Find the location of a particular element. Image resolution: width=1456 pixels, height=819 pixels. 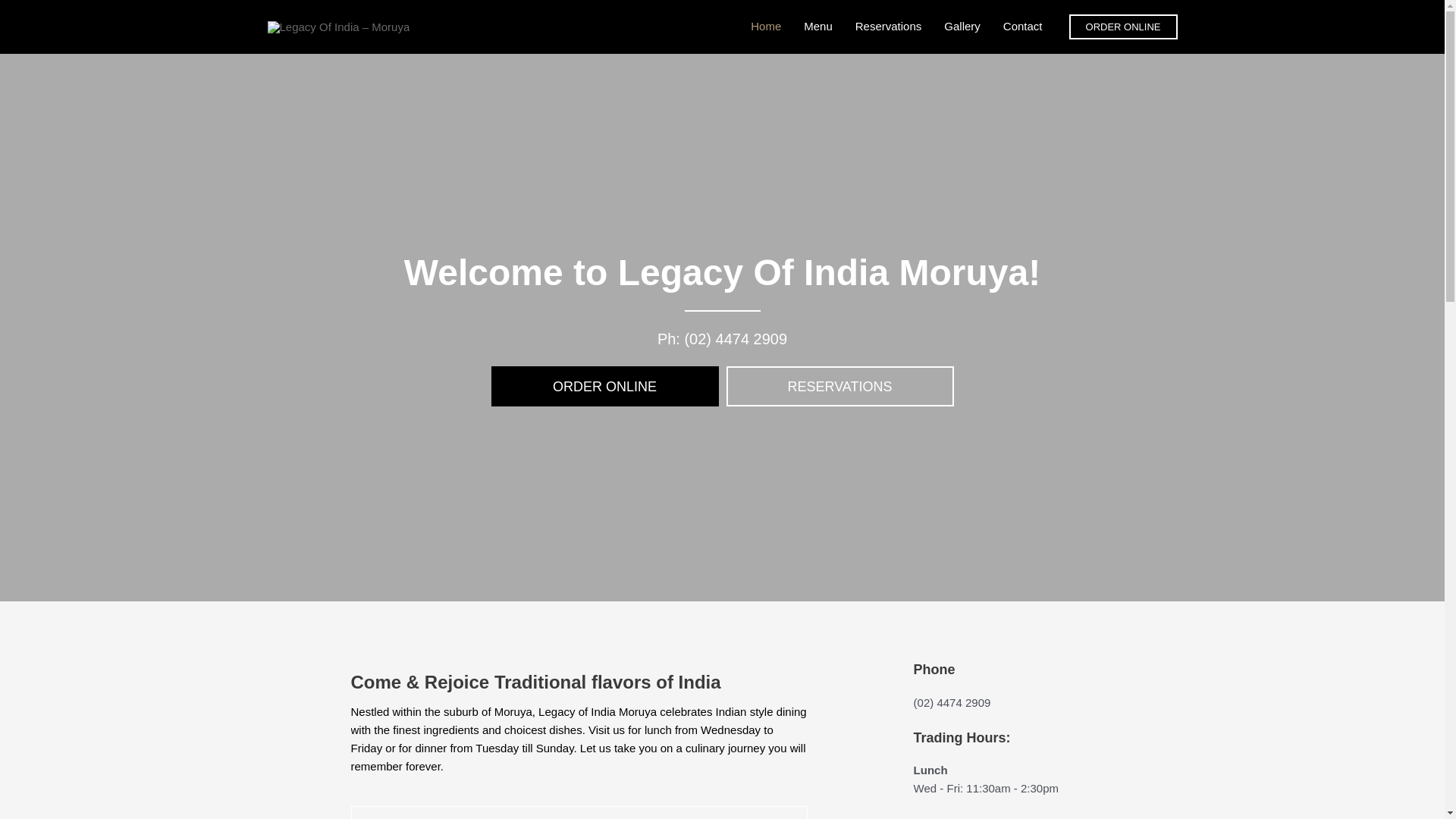

'Contact' is located at coordinates (1022, 26).